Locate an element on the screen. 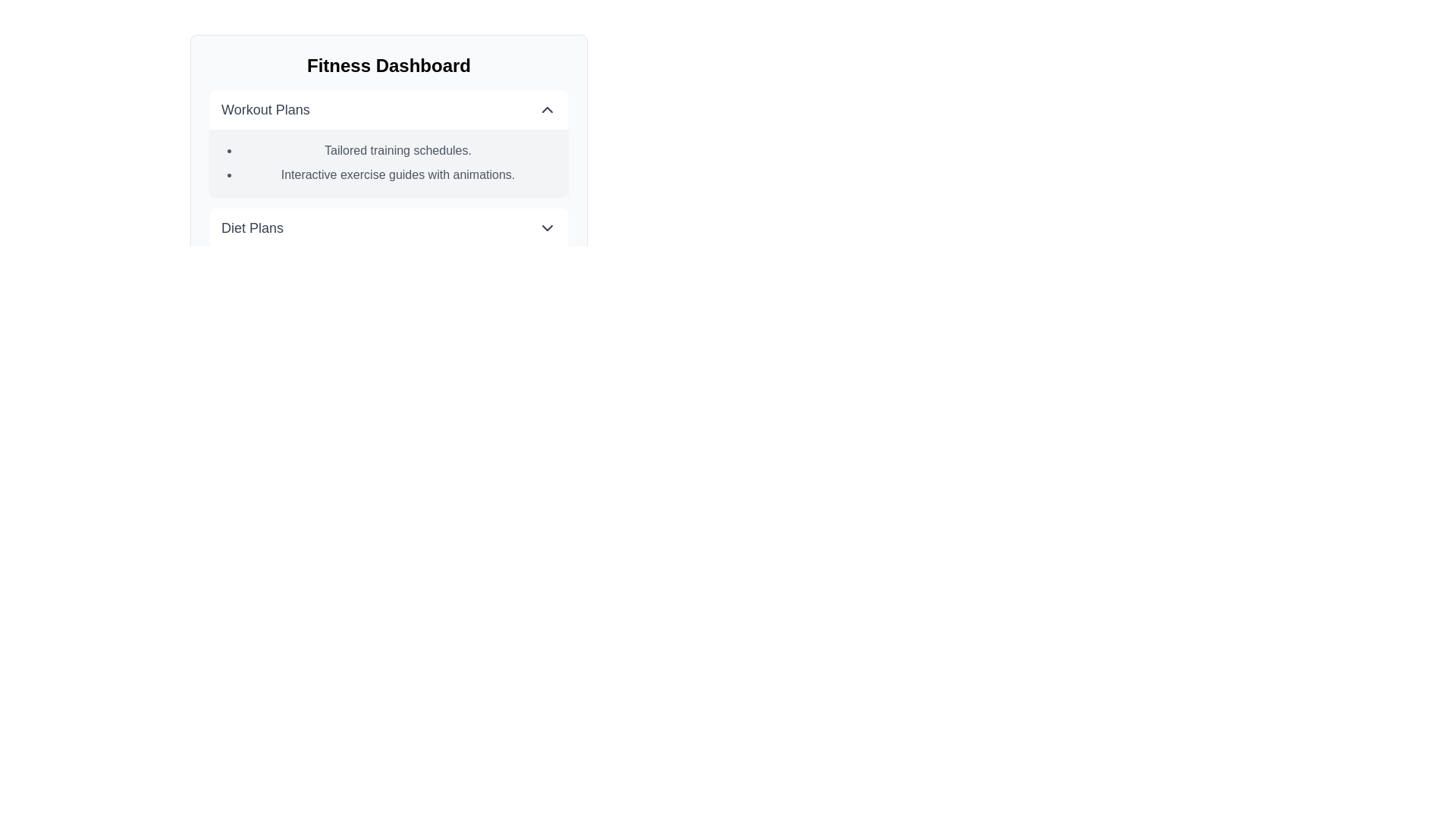 The image size is (1456, 819). text information from the first bullet point item under the 'Workout Plans' header in the 'Fitness Dashboard' is located at coordinates (397, 151).